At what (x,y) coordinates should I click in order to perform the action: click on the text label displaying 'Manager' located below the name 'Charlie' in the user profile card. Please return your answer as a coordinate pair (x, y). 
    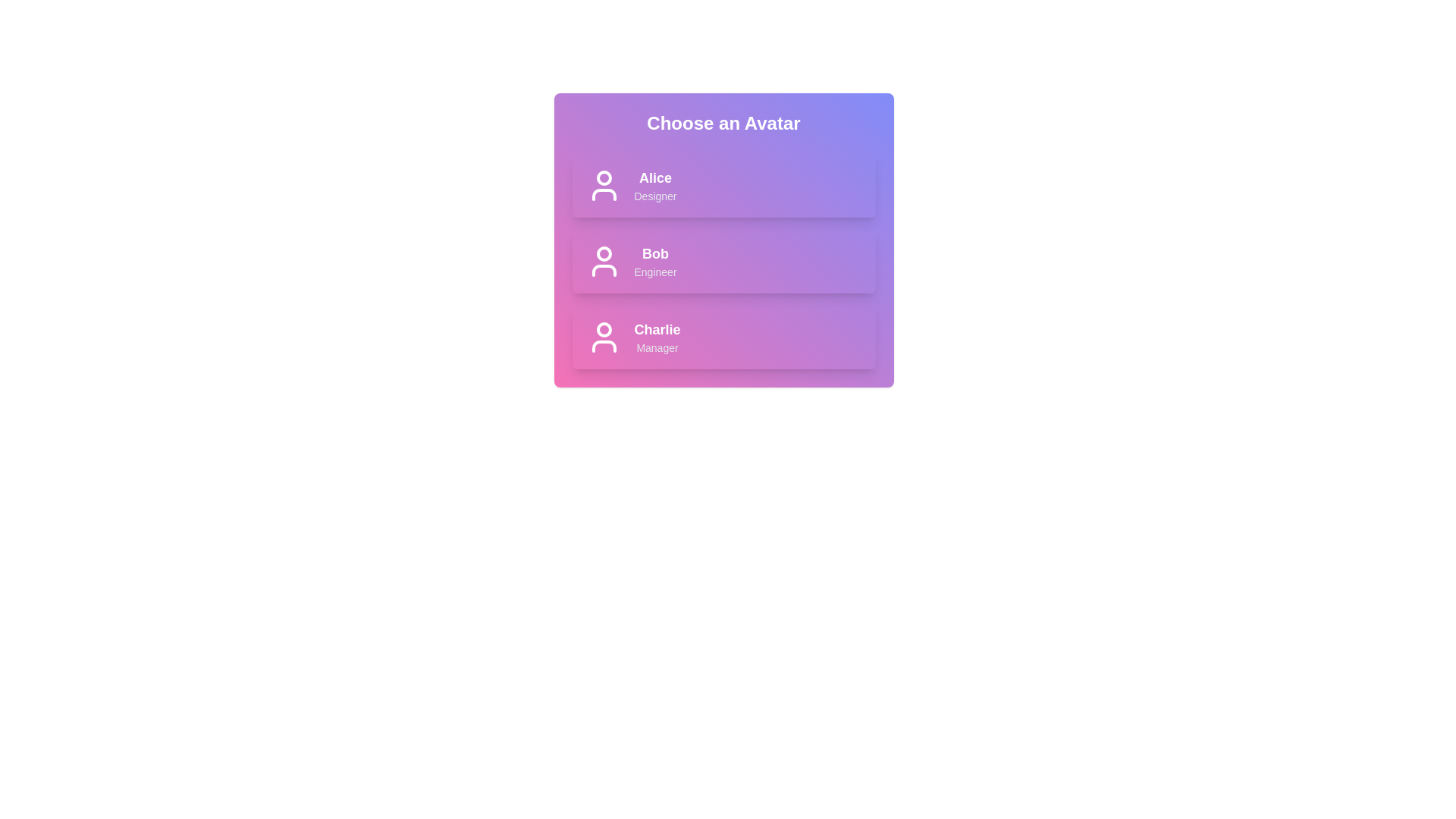
    Looking at the image, I should click on (657, 348).